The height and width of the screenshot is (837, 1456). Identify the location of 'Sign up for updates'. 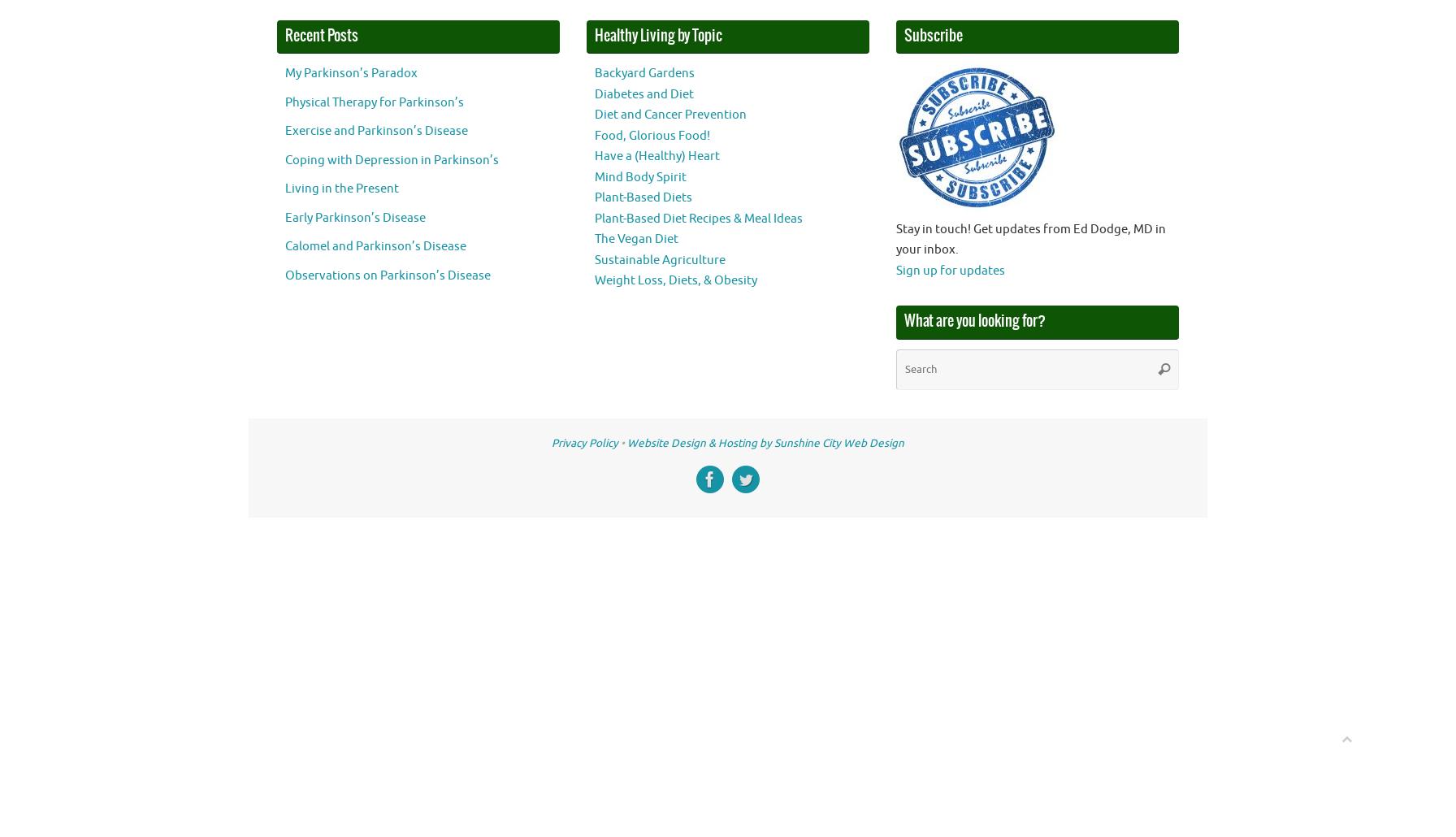
(949, 269).